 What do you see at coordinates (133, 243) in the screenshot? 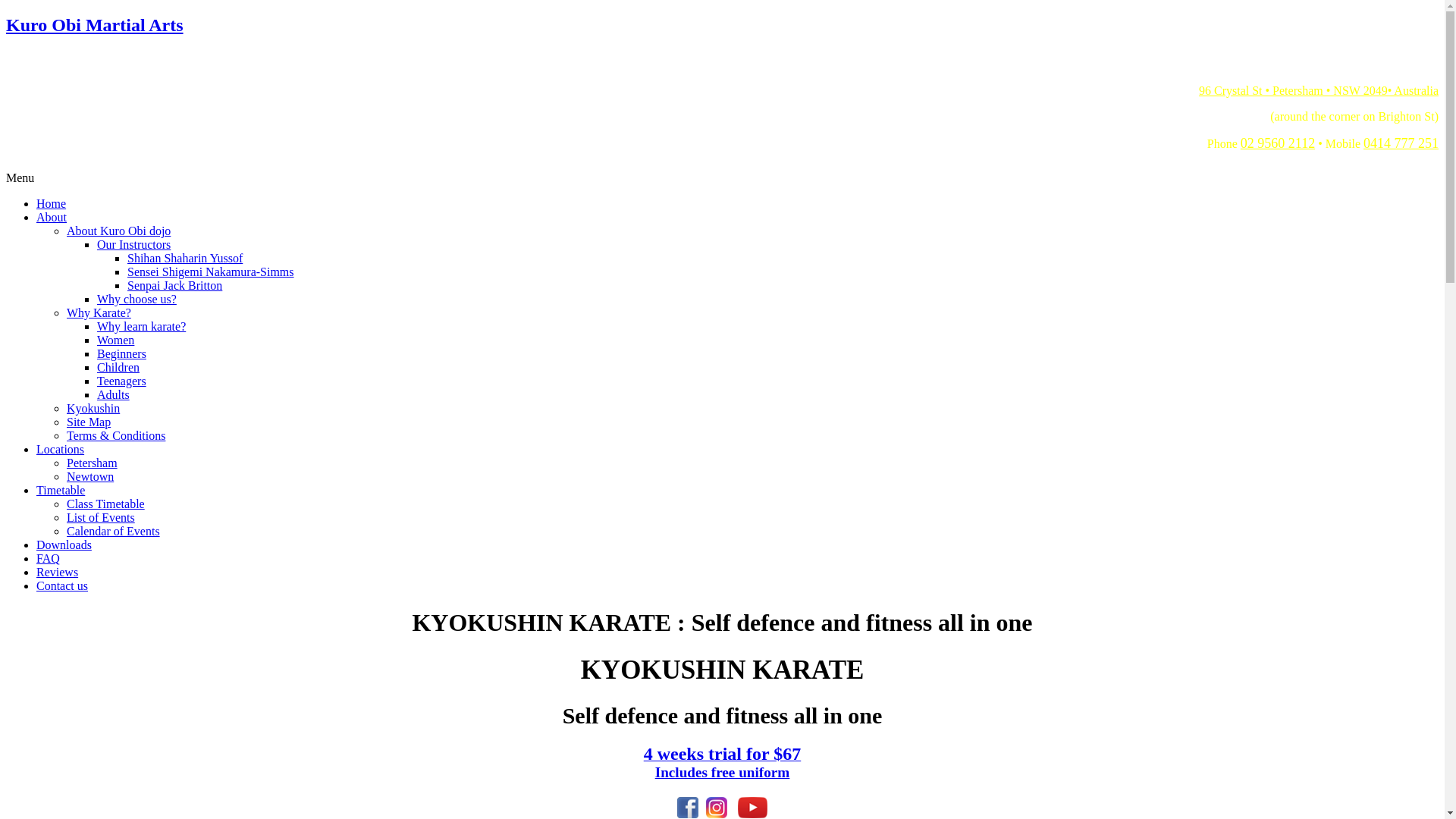
I see `'Our Instructors'` at bounding box center [133, 243].